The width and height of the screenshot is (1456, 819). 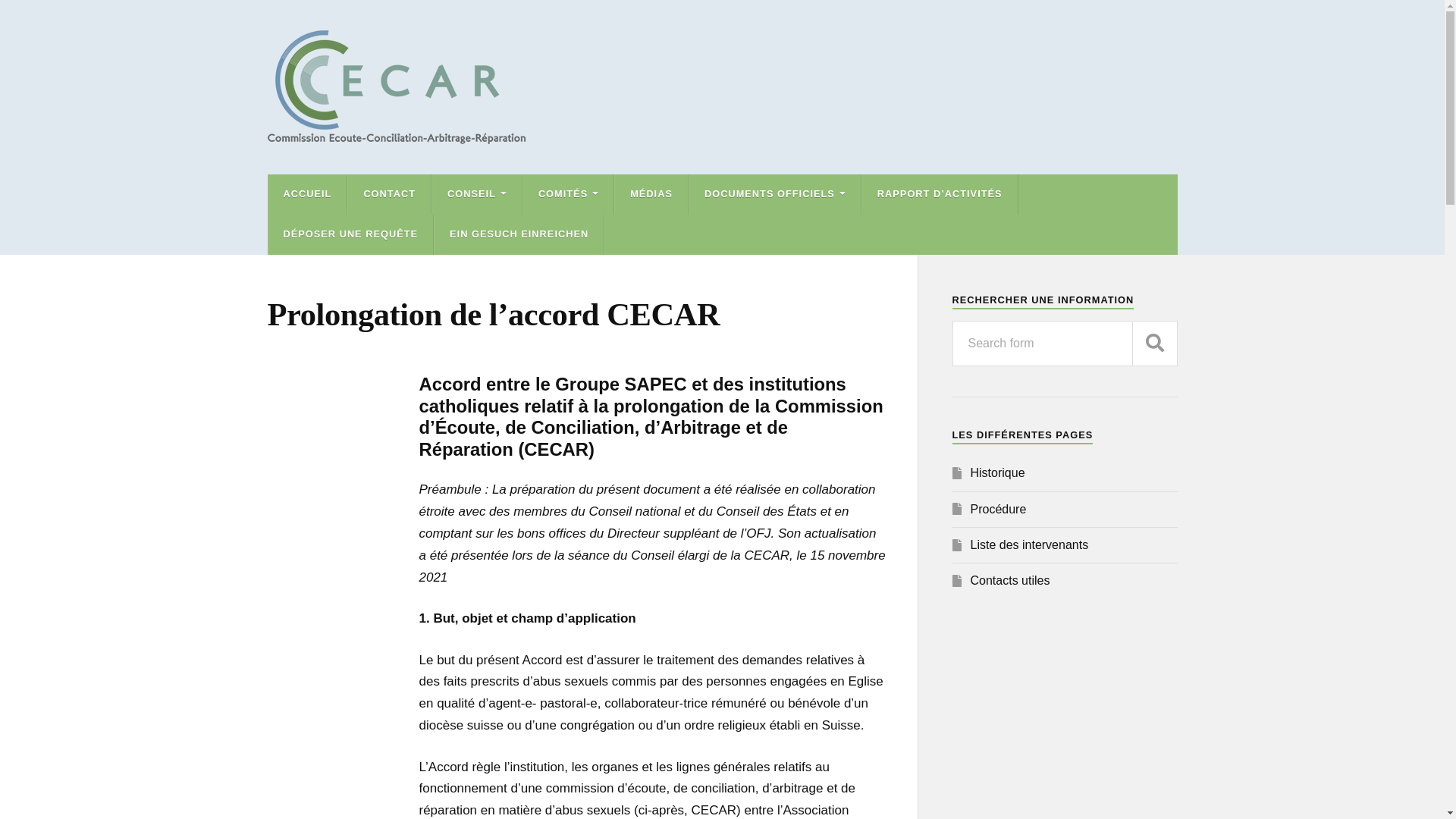 I want to click on 'DOCUMENTS OFFICIELS', so click(x=775, y=193).